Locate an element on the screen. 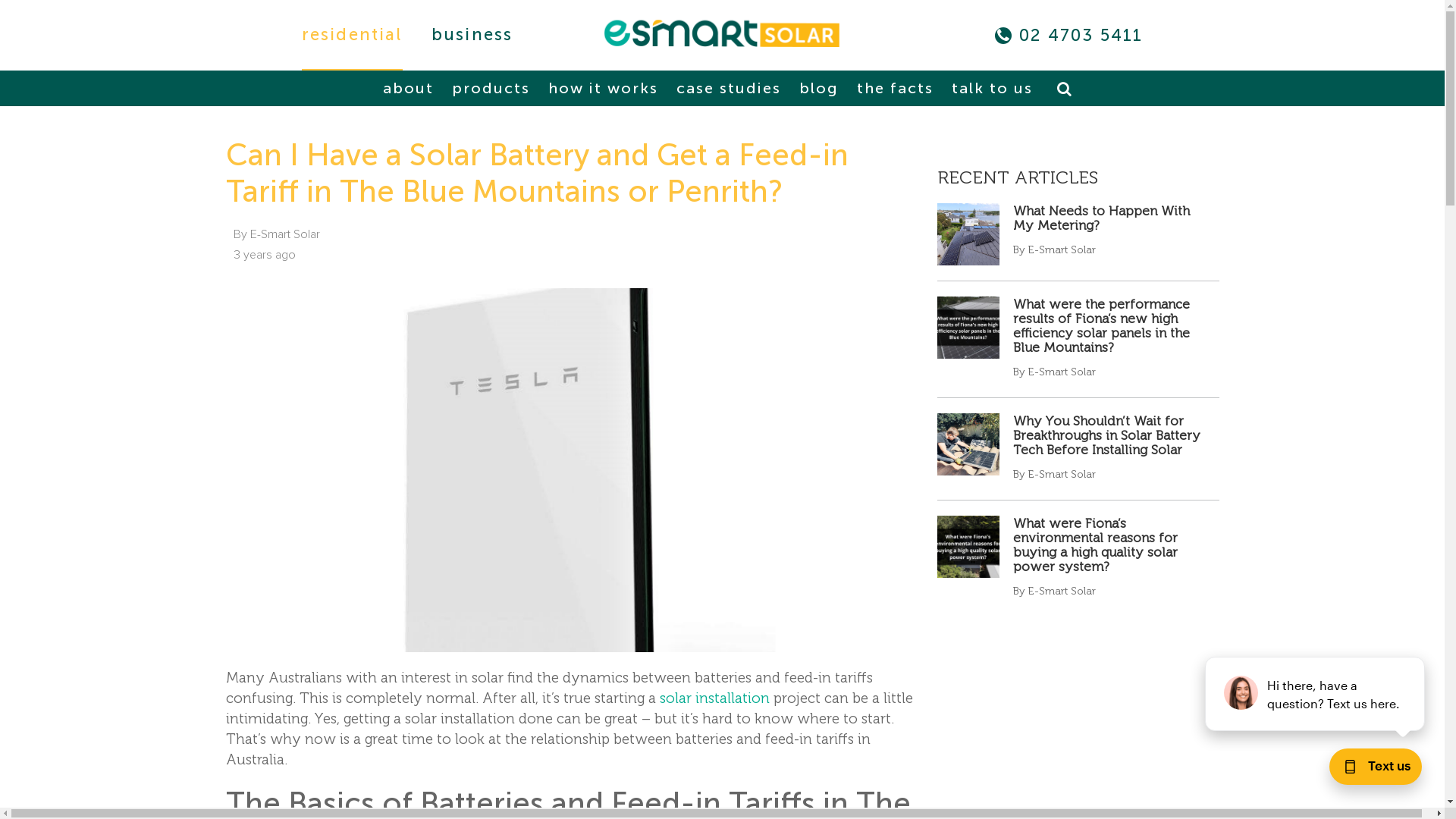 This screenshot has height=819, width=1456. 'talk to us' is located at coordinates (992, 88).